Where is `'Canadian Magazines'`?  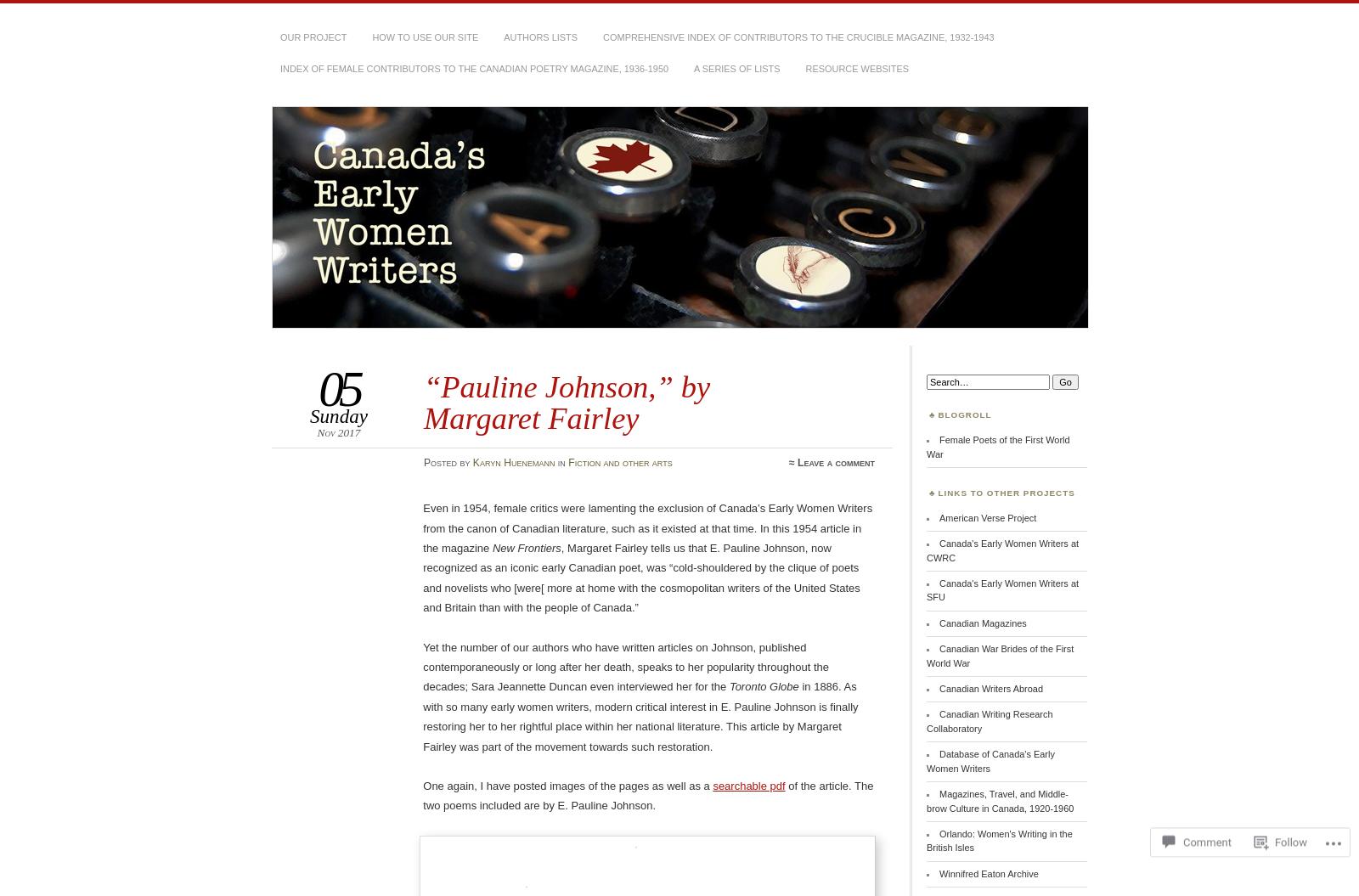
'Canadian Magazines' is located at coordinates (939, 623).